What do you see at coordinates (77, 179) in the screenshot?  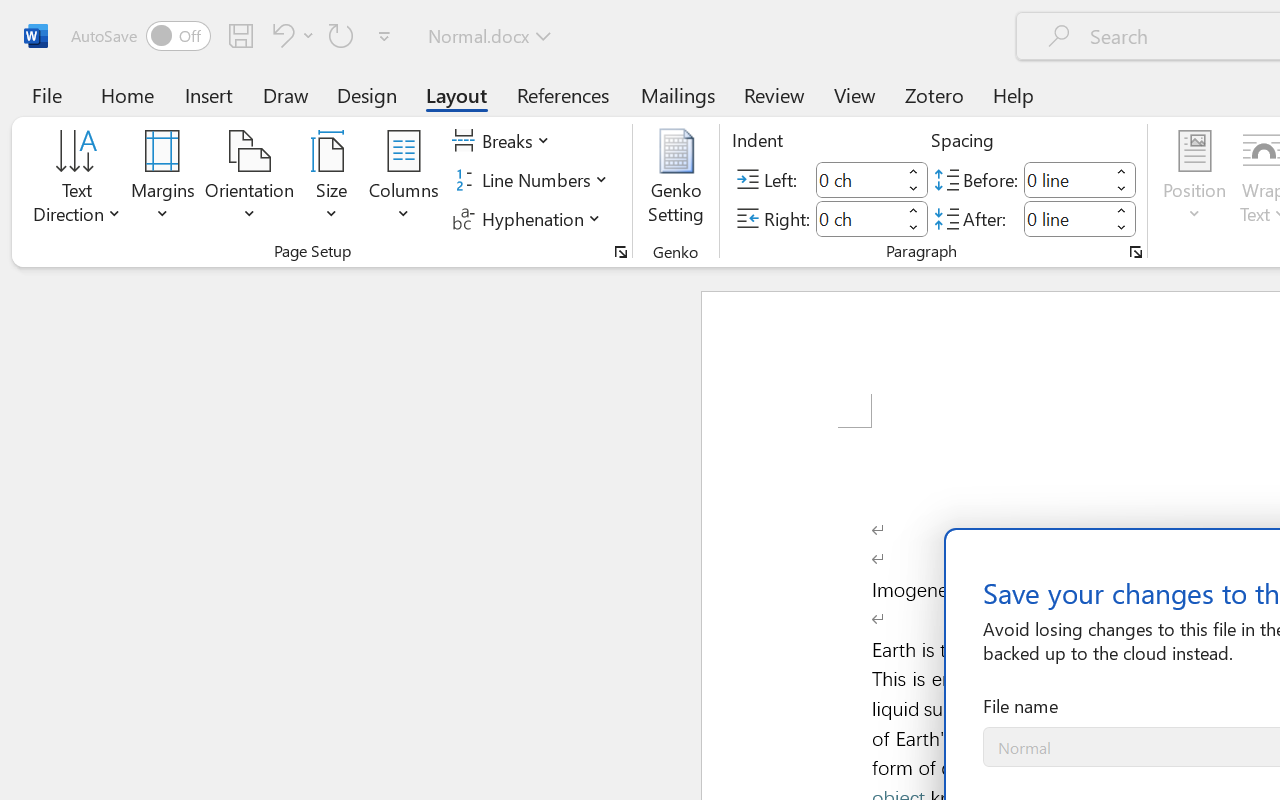 I see `'Text Direction'` at bounding box center [77, 179].